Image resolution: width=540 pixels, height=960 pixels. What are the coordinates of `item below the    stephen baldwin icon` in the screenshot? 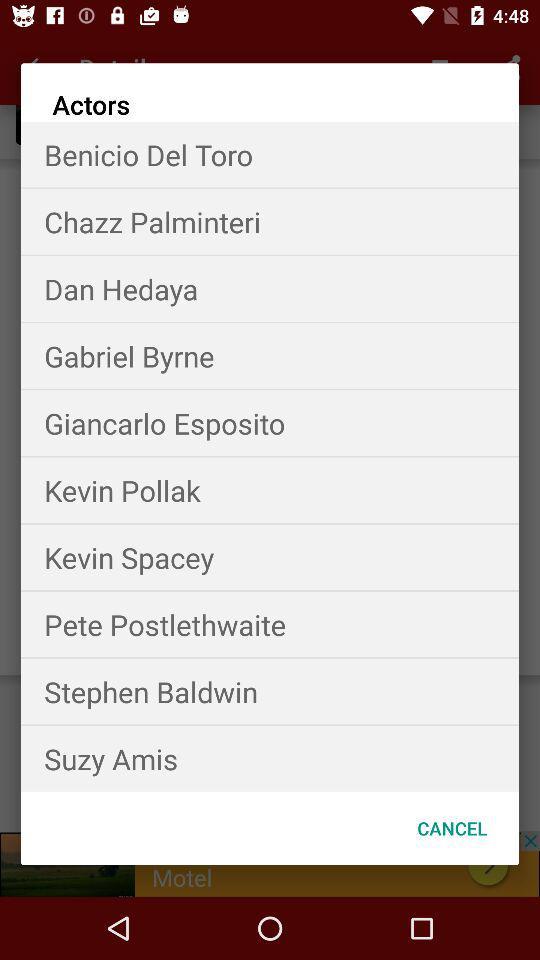 It's located at (270, 757).